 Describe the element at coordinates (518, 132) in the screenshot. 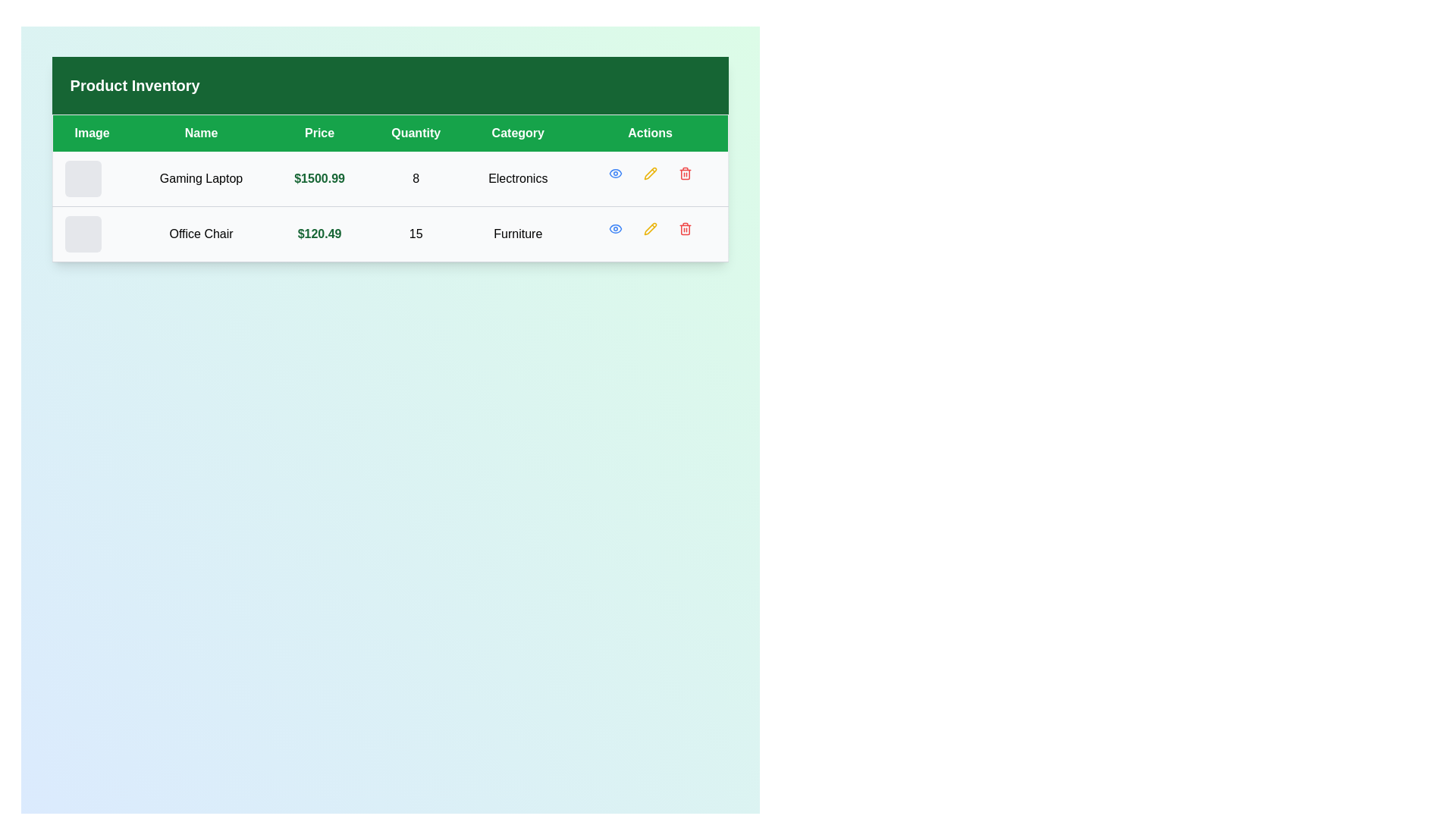

I see `the TableHeader labeled 'Category', which has a green background and white text, positioned between 'Quantity' and 'Actions' in the header row of the Product Inventory table` at that location.